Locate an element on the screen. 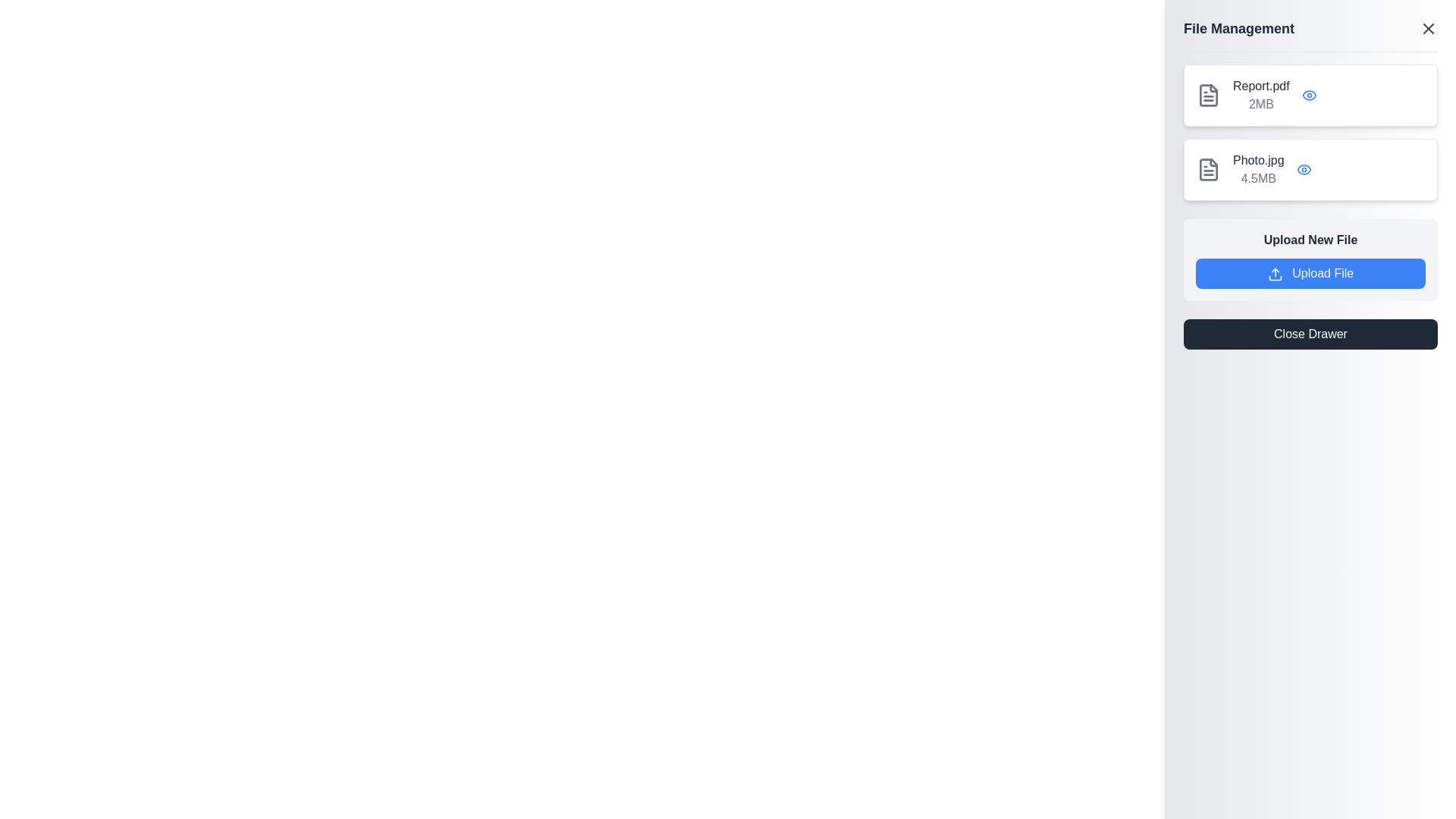  the file icon for 'Report.pdf', located on the far right side of the interface is located at coordinates (1207, 94).